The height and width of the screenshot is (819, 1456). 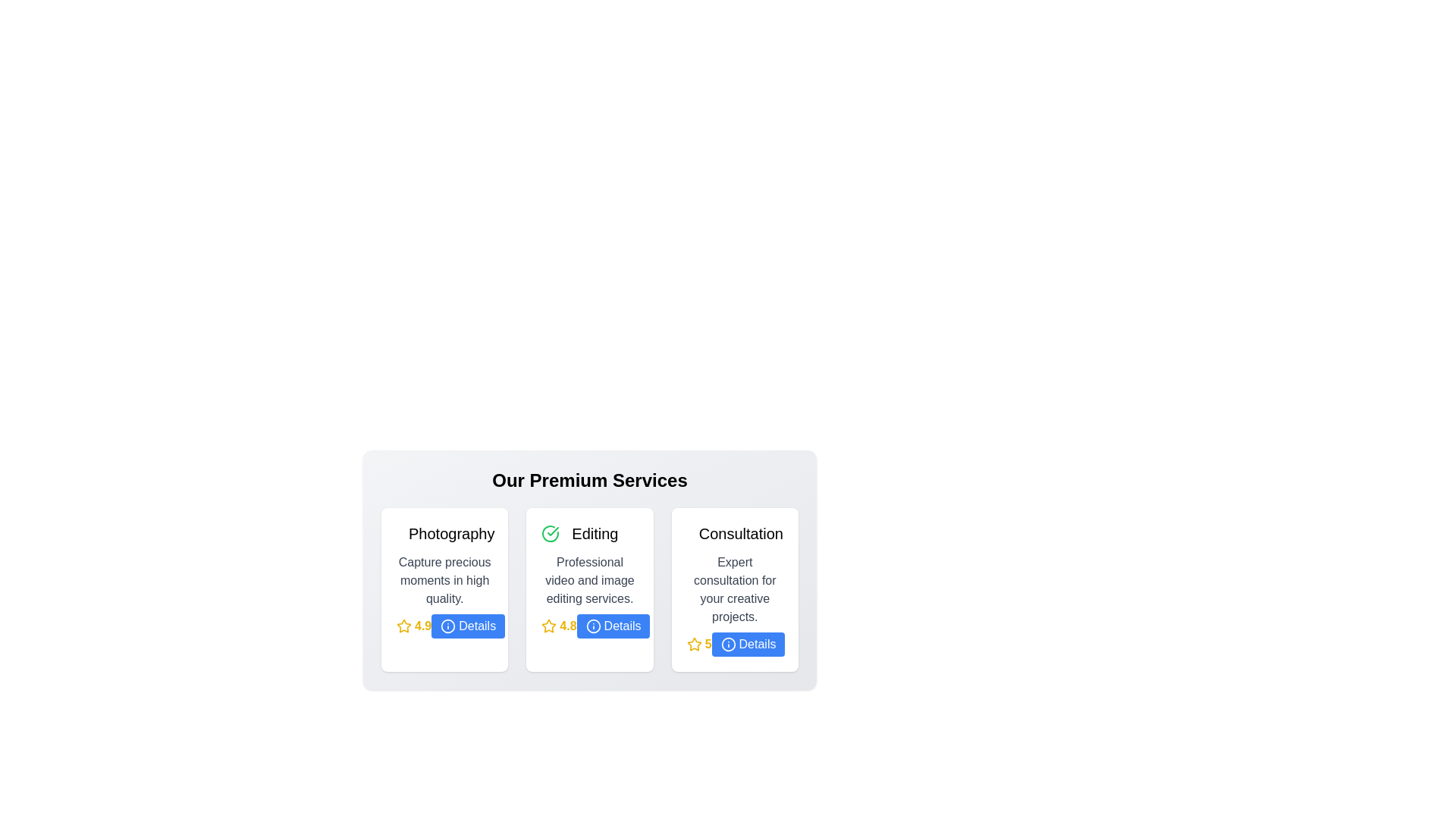 I want to click on the star rating for a service to 3 stars, so click(x=431, y=626).